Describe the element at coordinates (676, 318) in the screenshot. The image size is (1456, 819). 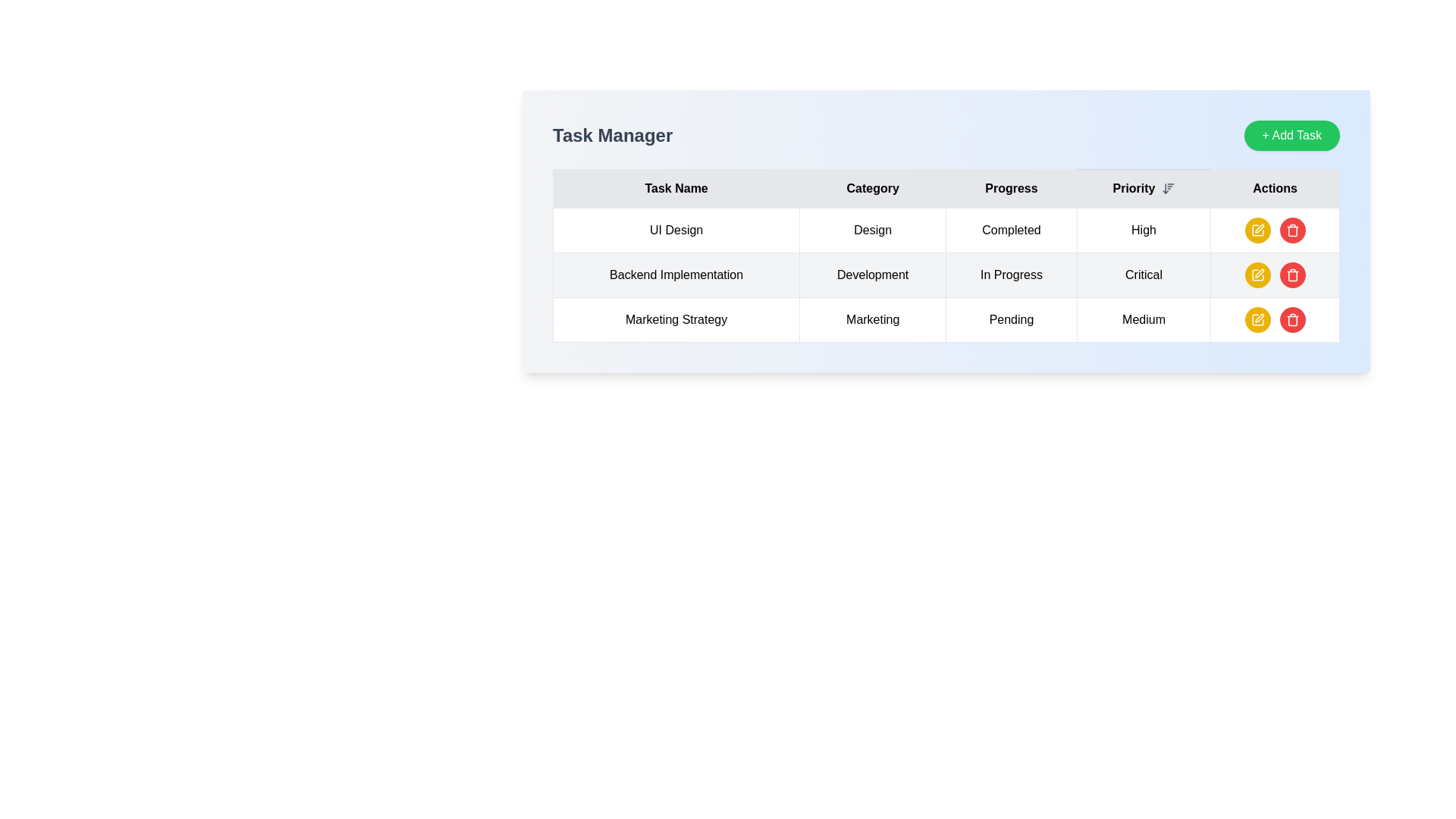
I see `text content of the first cell in the last row of the 'Task Manager' table, which serves as a descriptive label or title for a task` at that location.